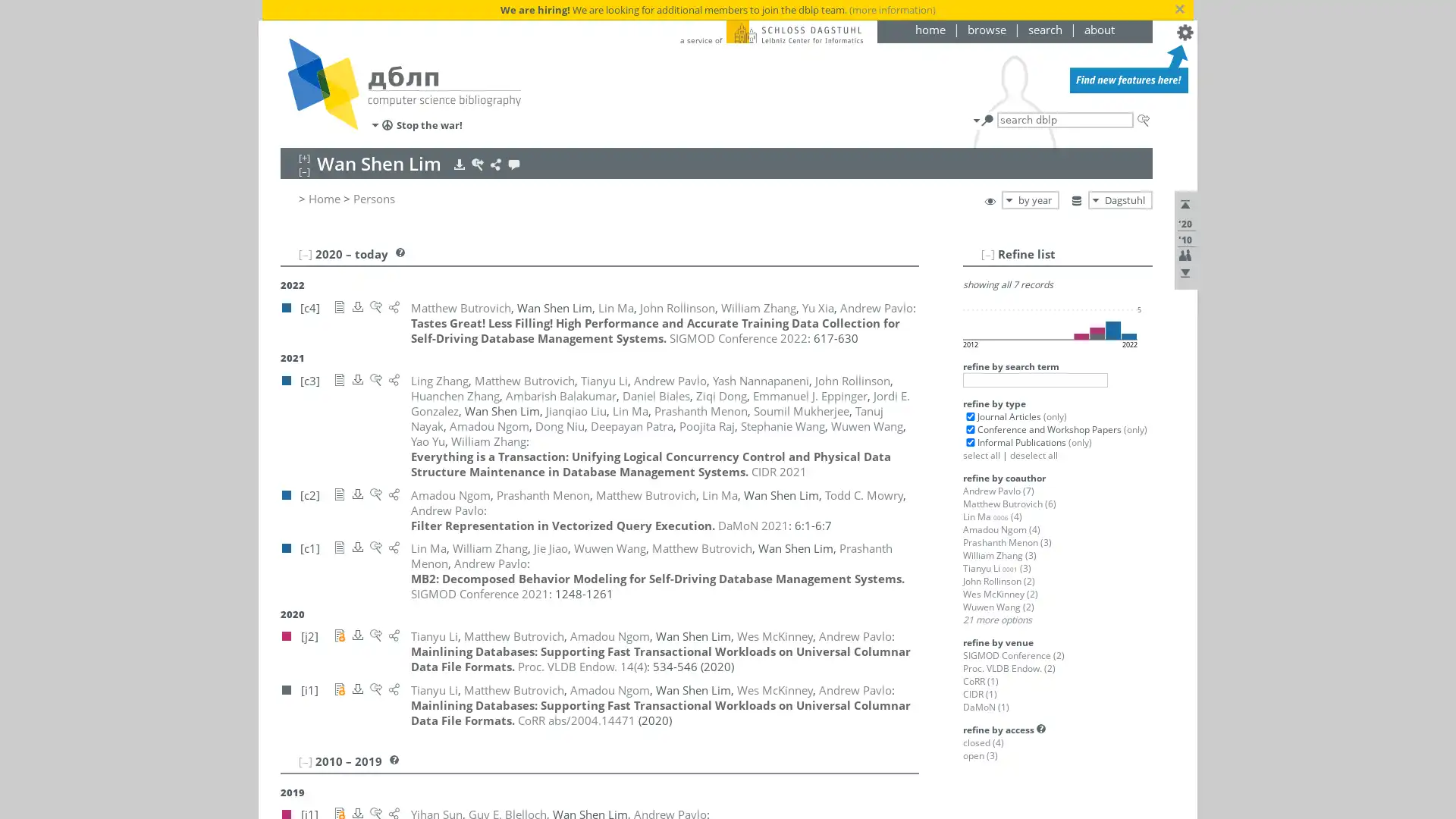 The image size is (1456, 819). I want to click on select all, so click(981, 454).